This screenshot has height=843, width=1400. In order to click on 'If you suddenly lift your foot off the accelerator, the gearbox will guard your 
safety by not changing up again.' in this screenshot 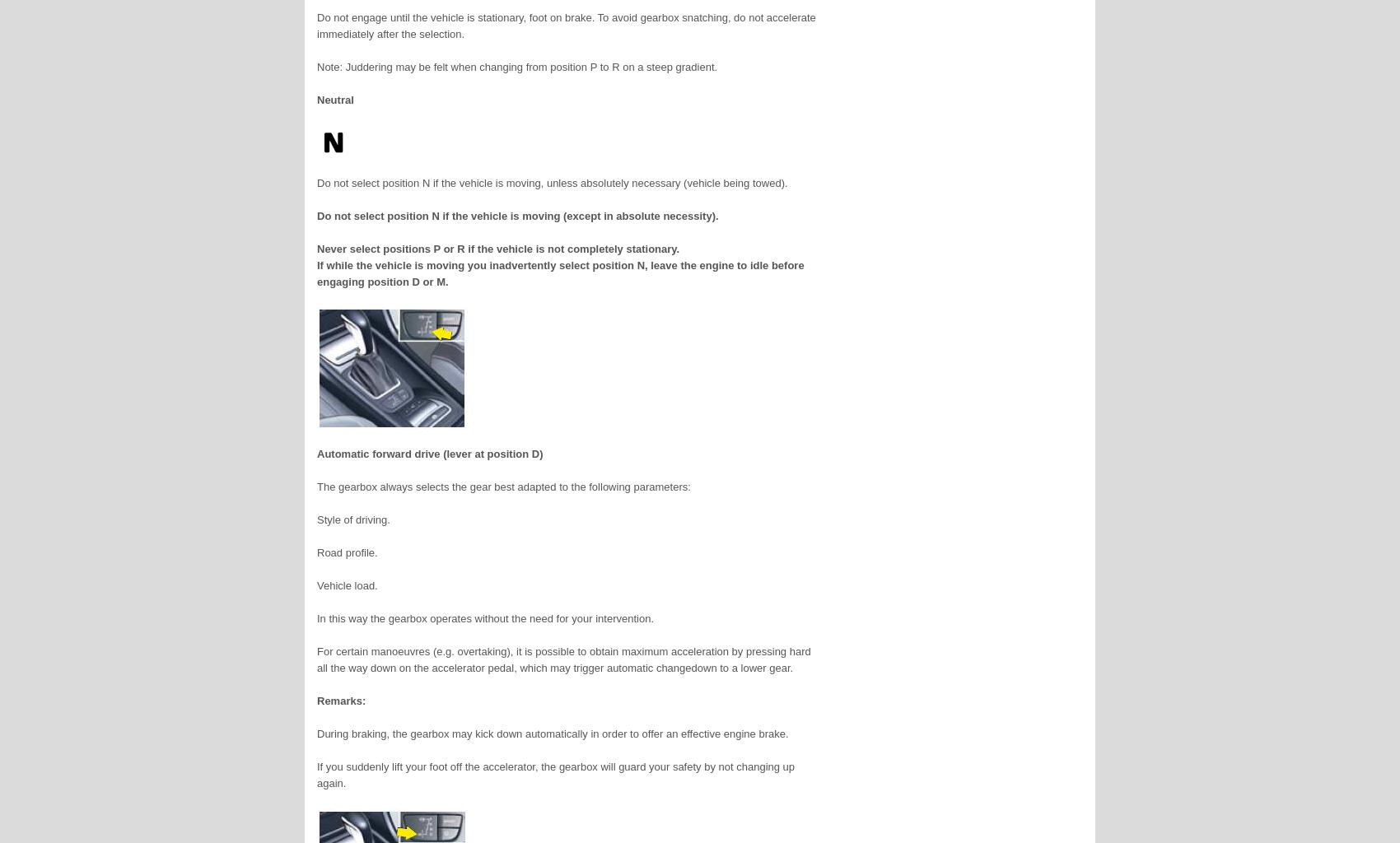, I will do `click(556, 775)`.